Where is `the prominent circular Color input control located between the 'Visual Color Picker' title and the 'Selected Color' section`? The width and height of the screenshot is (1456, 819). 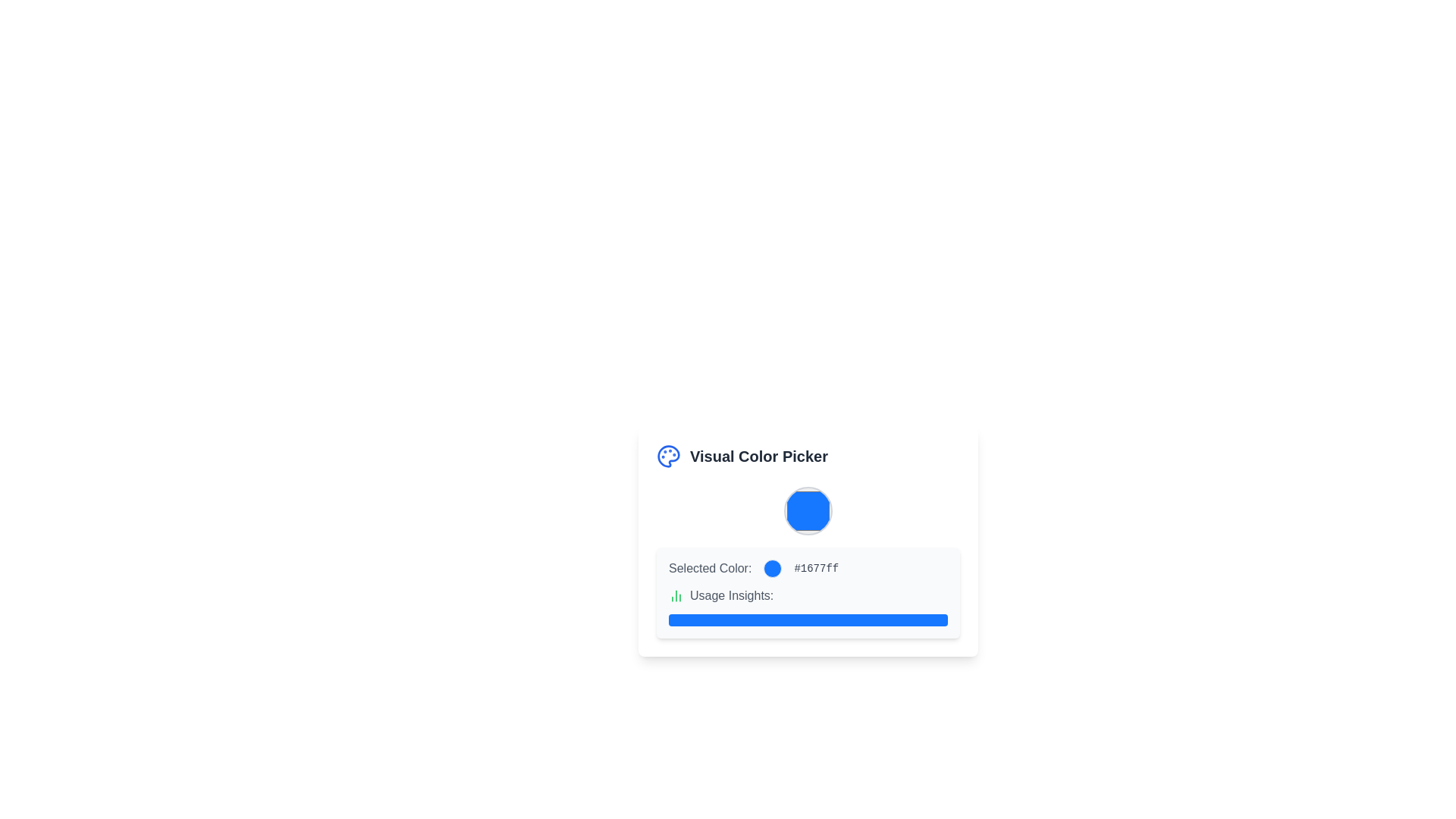 the prominent circular Color input control located between the 'Visual Color Picker' title and the 'Selected Color' section is located at coordinates (807, 511).